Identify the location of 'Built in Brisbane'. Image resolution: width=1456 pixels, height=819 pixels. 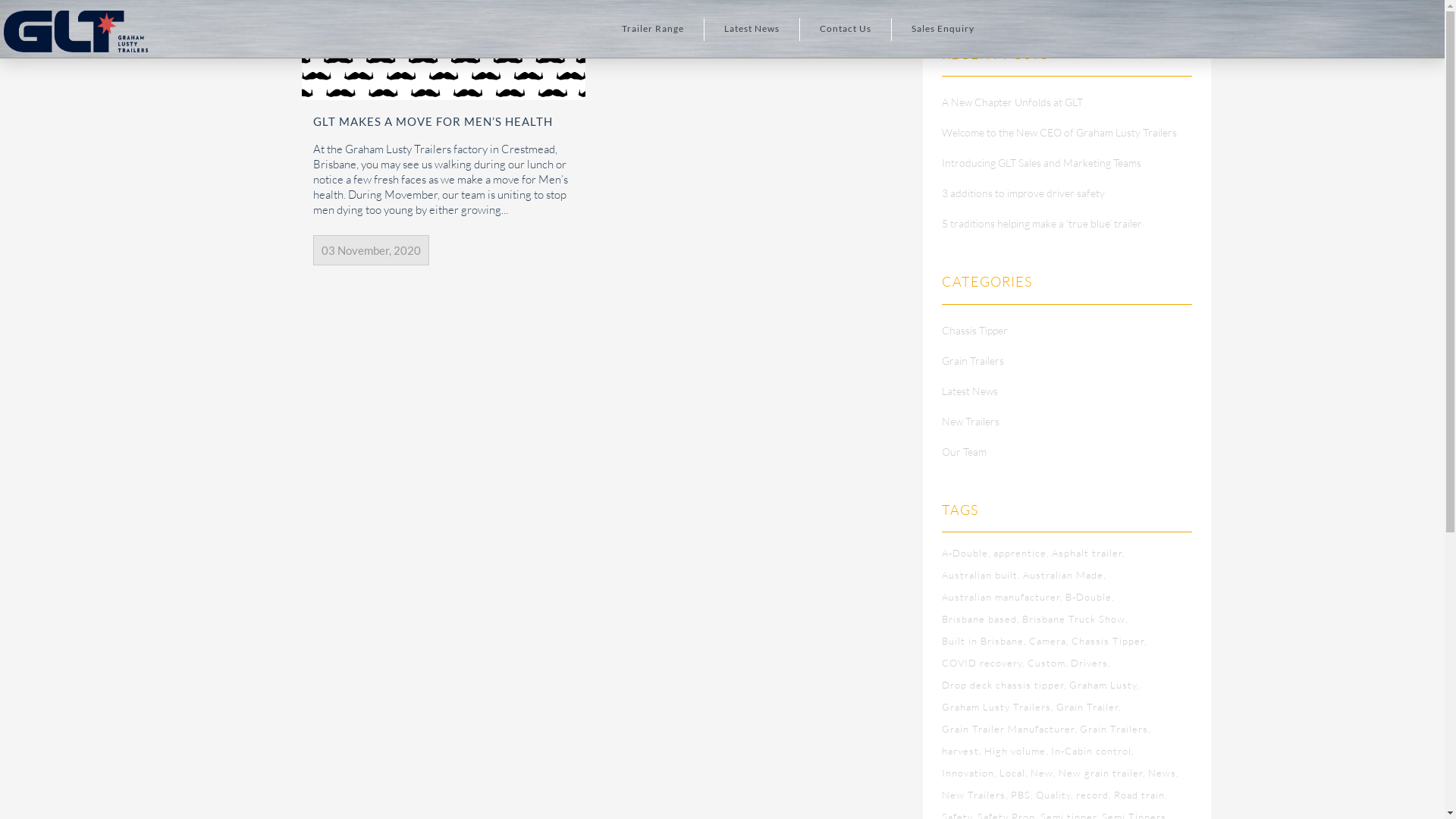
(984, 640).